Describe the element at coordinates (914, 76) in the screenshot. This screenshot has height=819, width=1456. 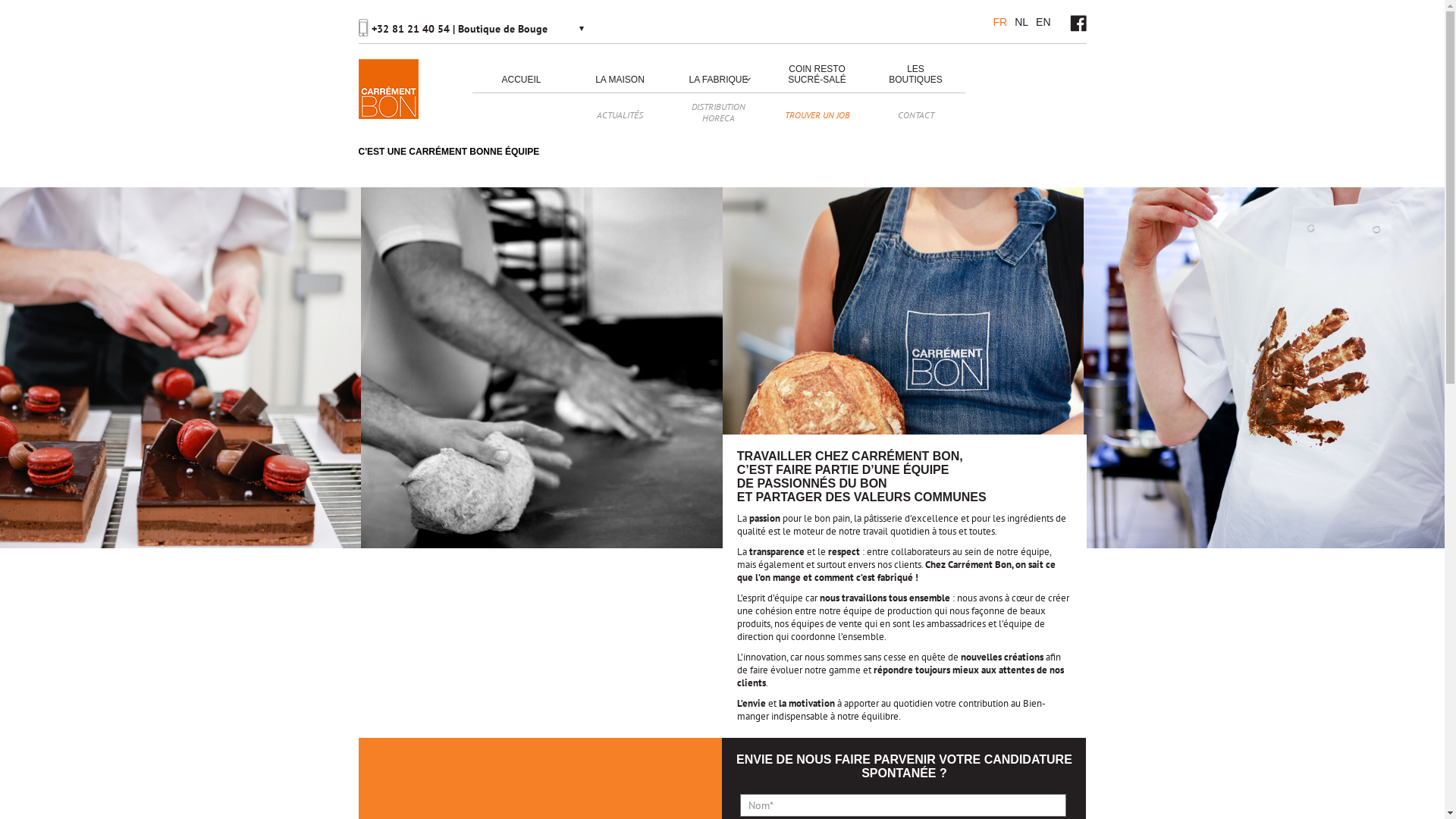
I see `'LES BOUTIQUES'` at that location.